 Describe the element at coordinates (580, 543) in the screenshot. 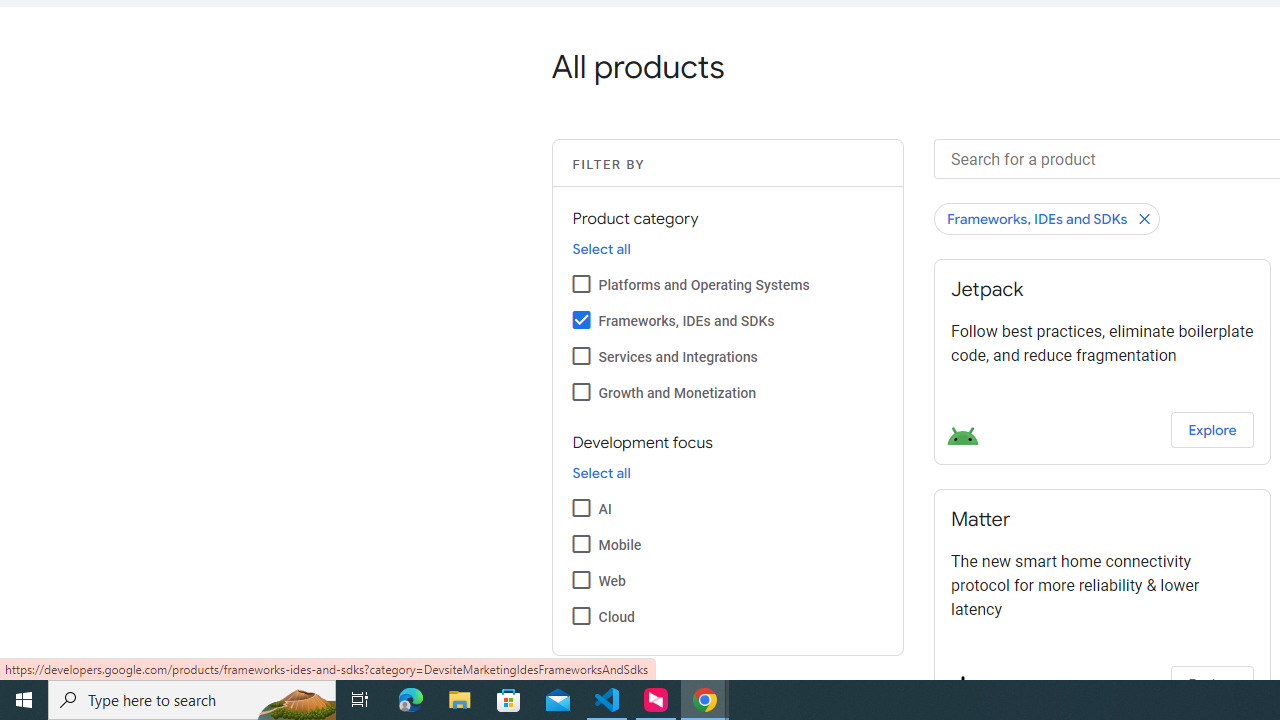

I see `'Mobile'` at that location.